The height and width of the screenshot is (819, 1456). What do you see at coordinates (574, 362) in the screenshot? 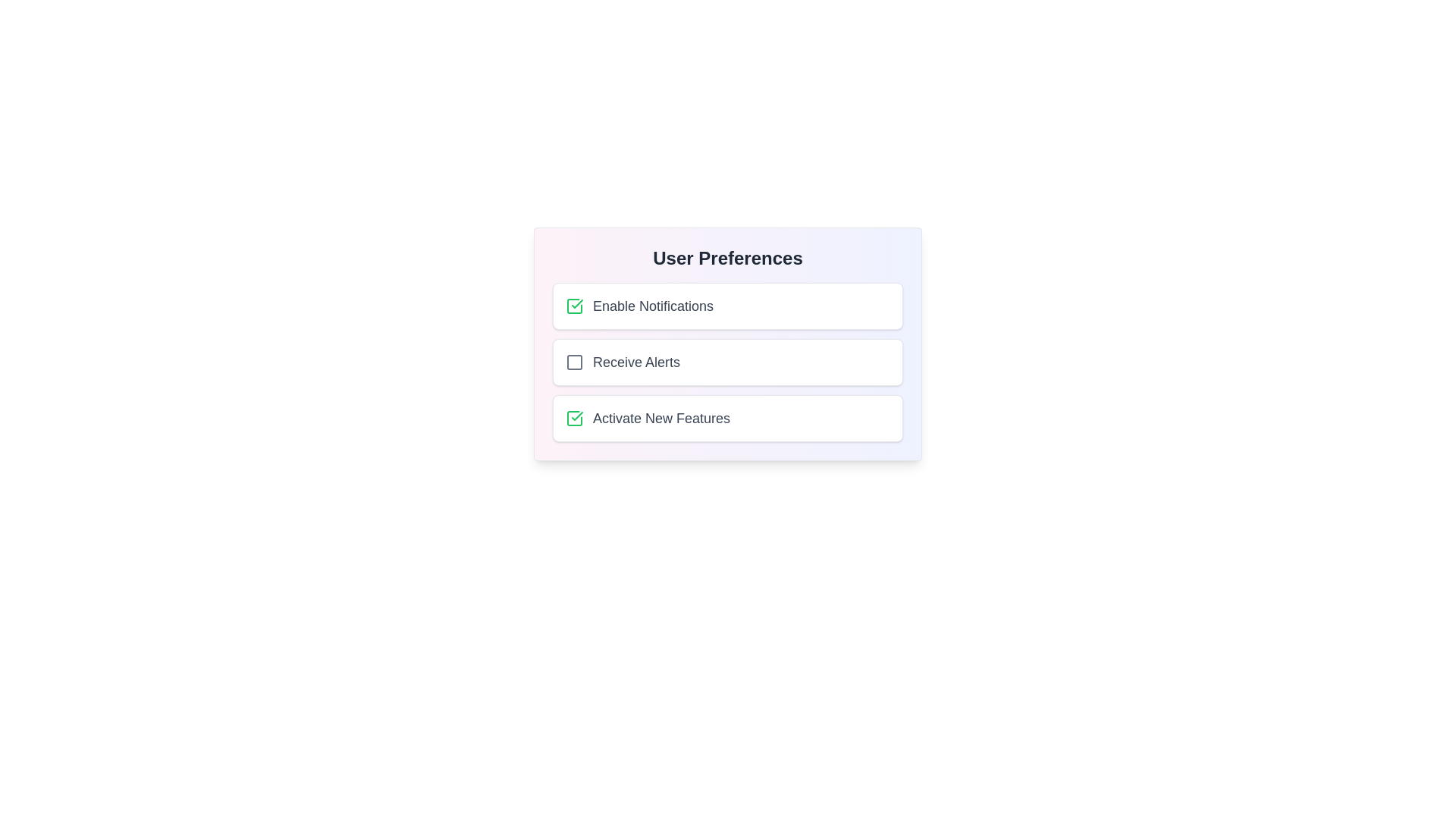
I see `the unchecked red checkbox icon located to the left of the 'Receive Alerts' text in the user preferences card` at bounding box center [574, 362].